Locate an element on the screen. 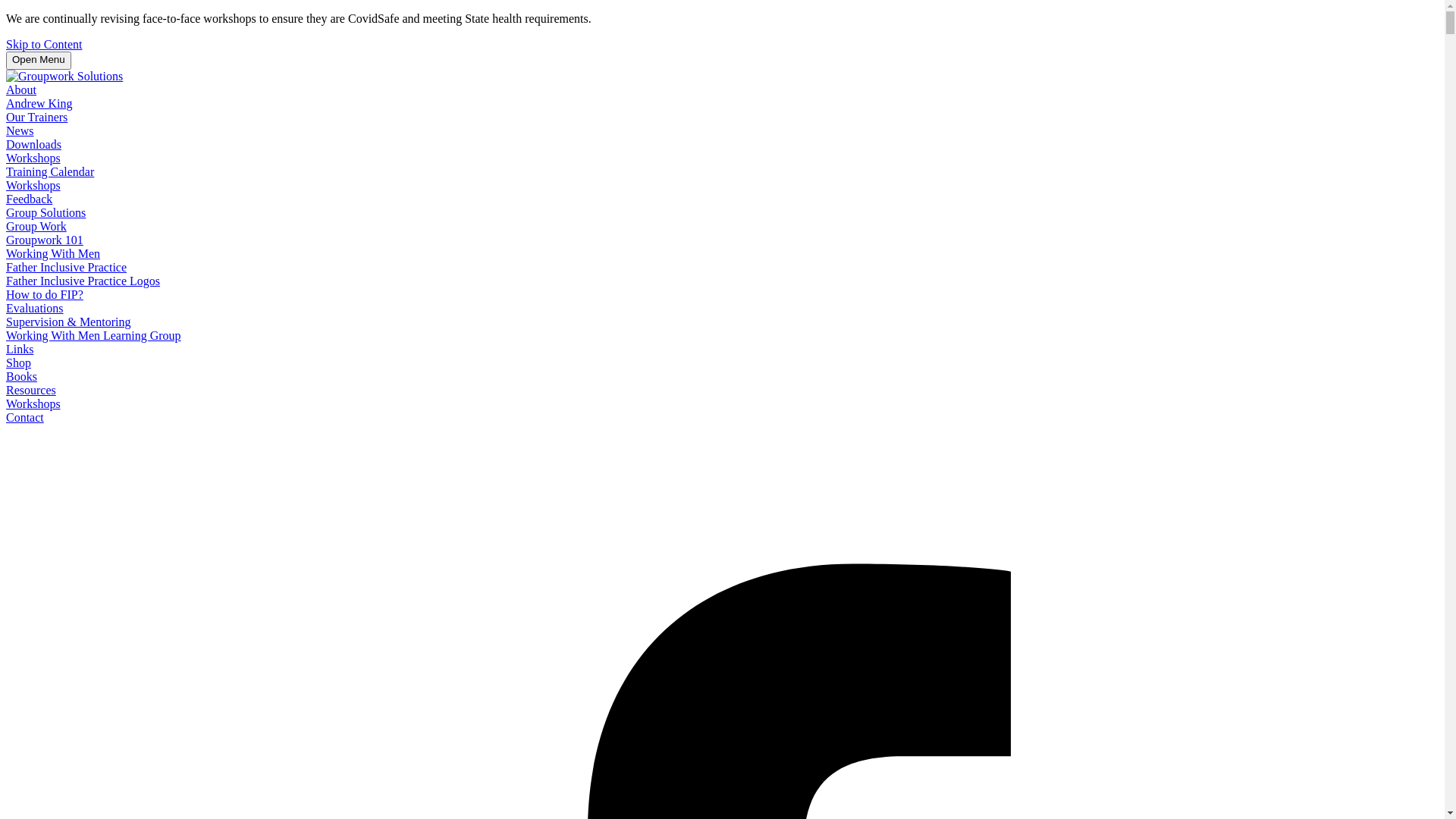 The width and height of the screenshot is (1456, 819). 'Books' is located at coordinates (21, 375).